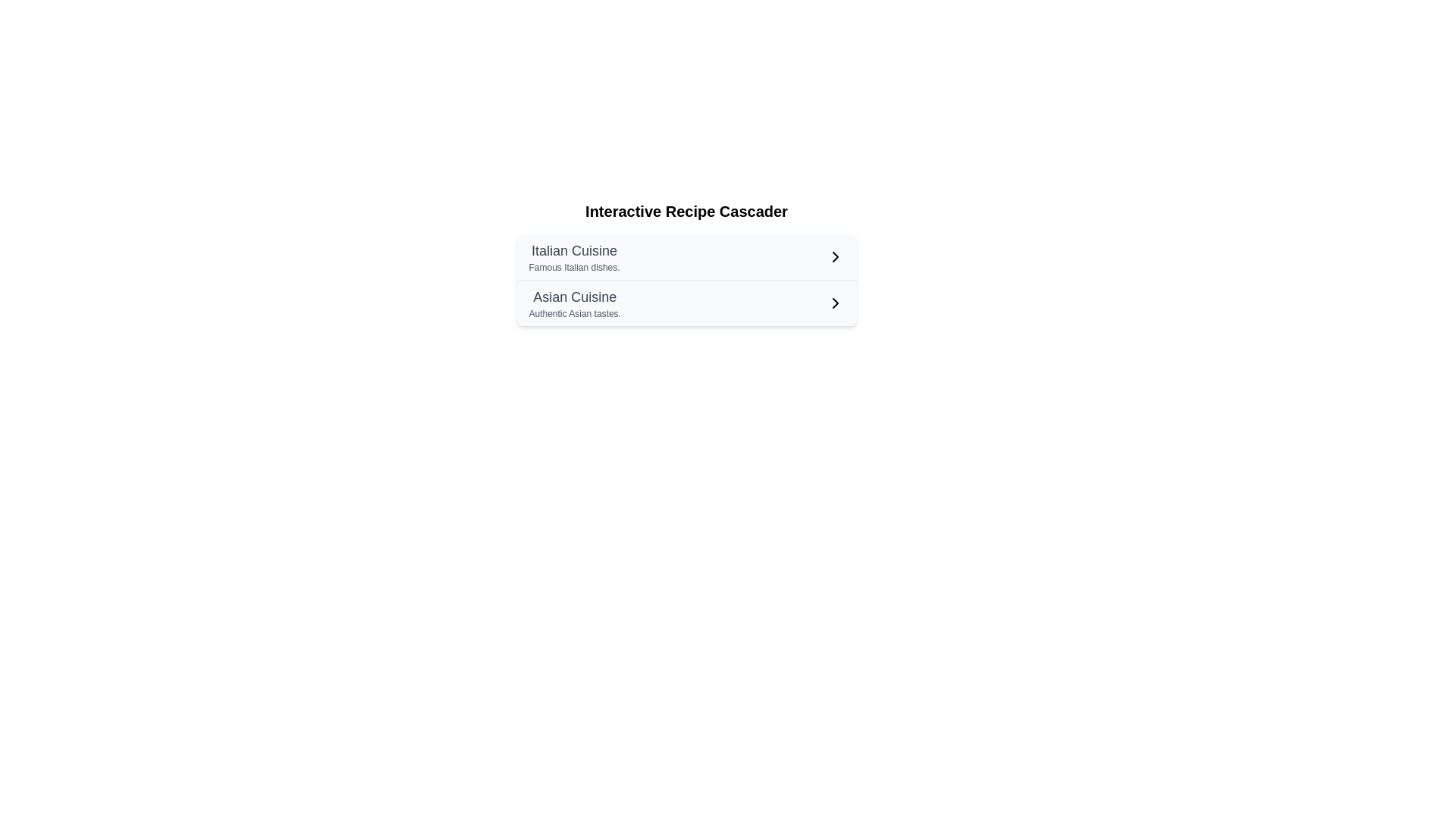  Describe the element at coordinates (573, 250) in the screenshot. I see `the Text Label that presents the title of the category in the 'Interactive Recipe Cascader' menu, which is located at the top of the list item followed by 'Famous Italian dishes.'` at that location.